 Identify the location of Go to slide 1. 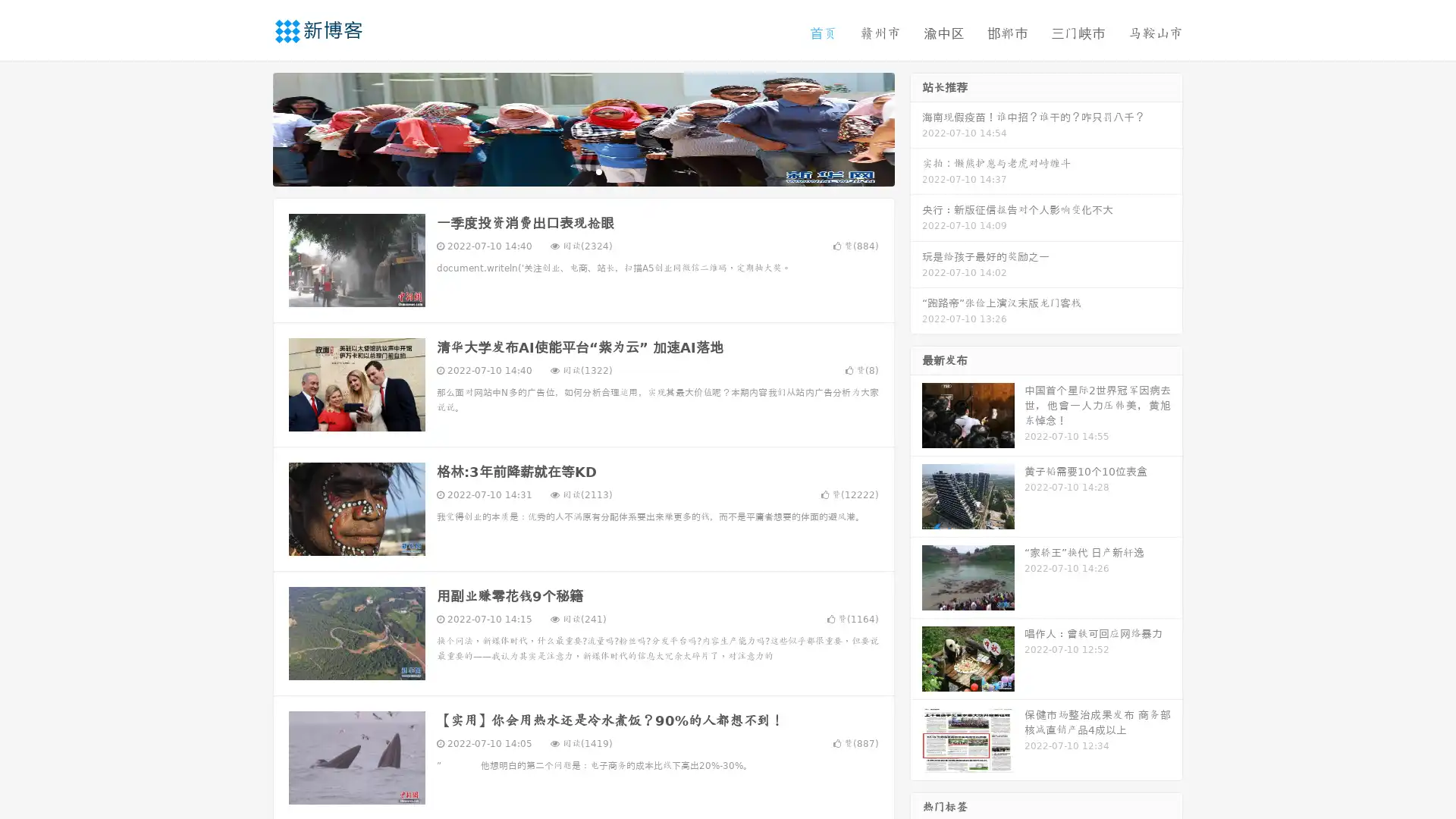
(567, 171).